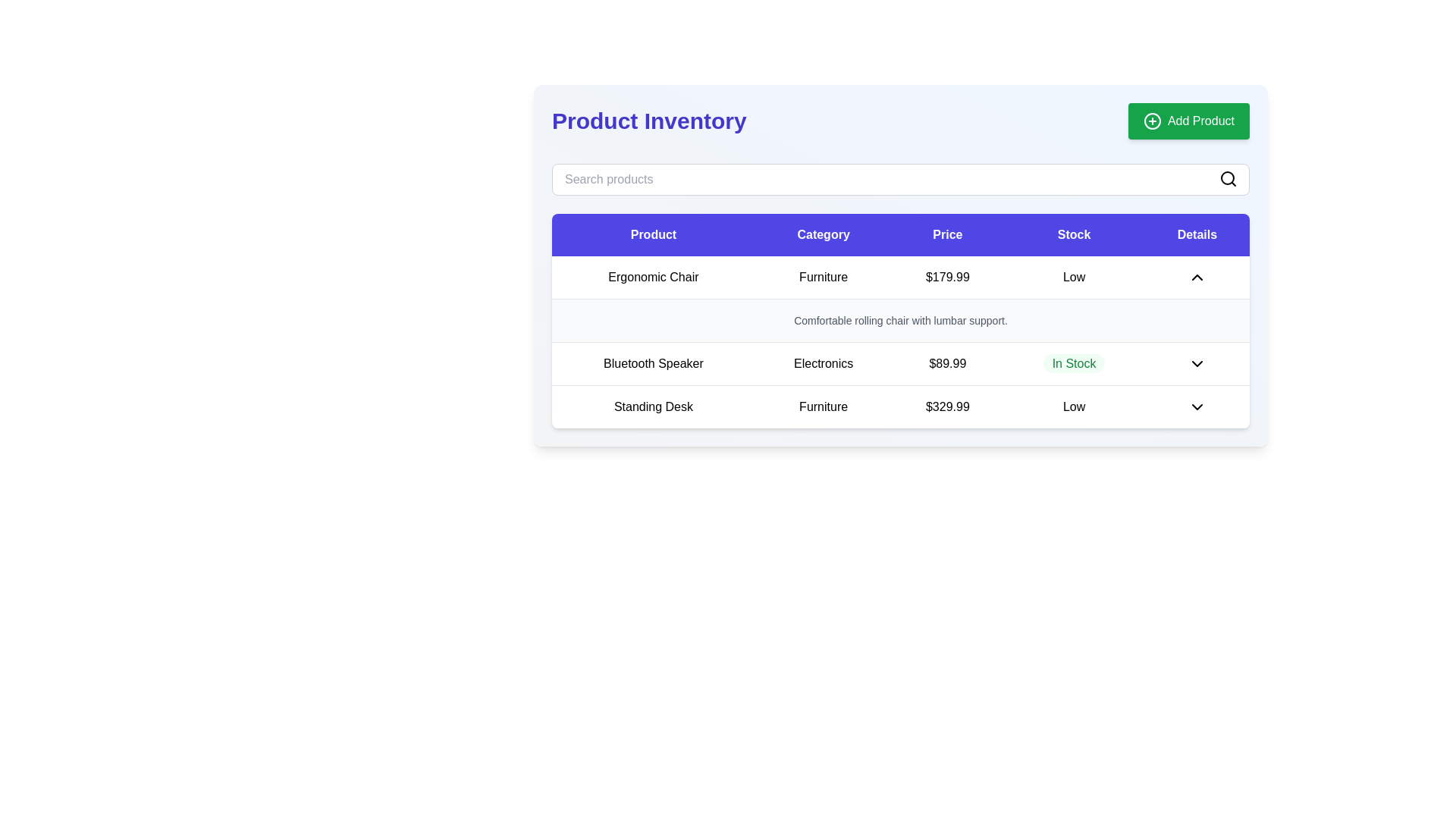 The image size is (1456, 819). I want to click on the rectangular label displaying 'In Stock' in the 'Stock' column of the second row, styled with a green font and light green background, indicating product availability, so click(1073, 363).